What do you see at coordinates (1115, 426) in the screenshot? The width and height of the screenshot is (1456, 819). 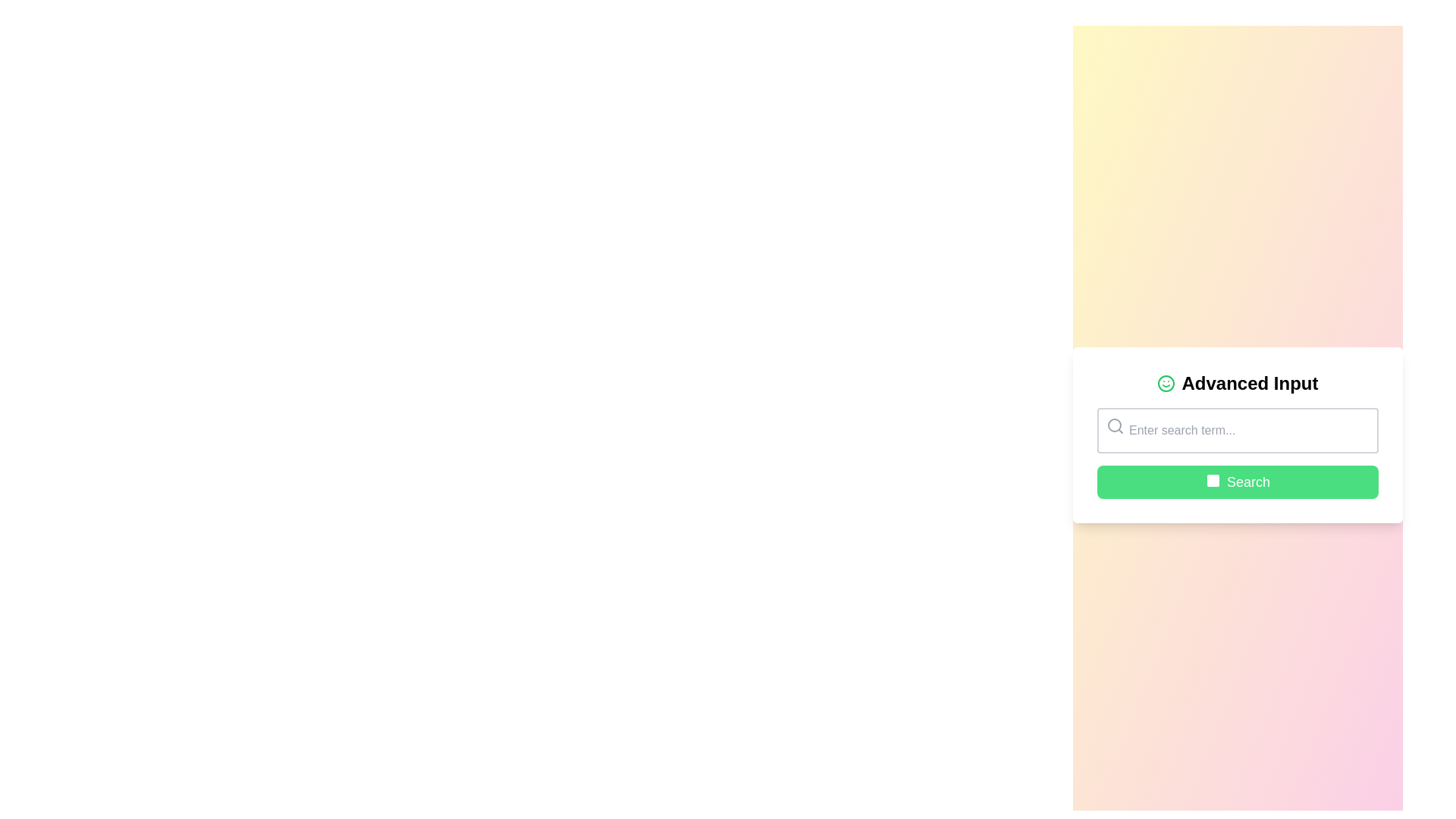 I see `the magnifying glass icon styled as a search indicator located at the top-left corner of the text input area within the rounded rectangle UI component` at bounding box center [1115, 426].